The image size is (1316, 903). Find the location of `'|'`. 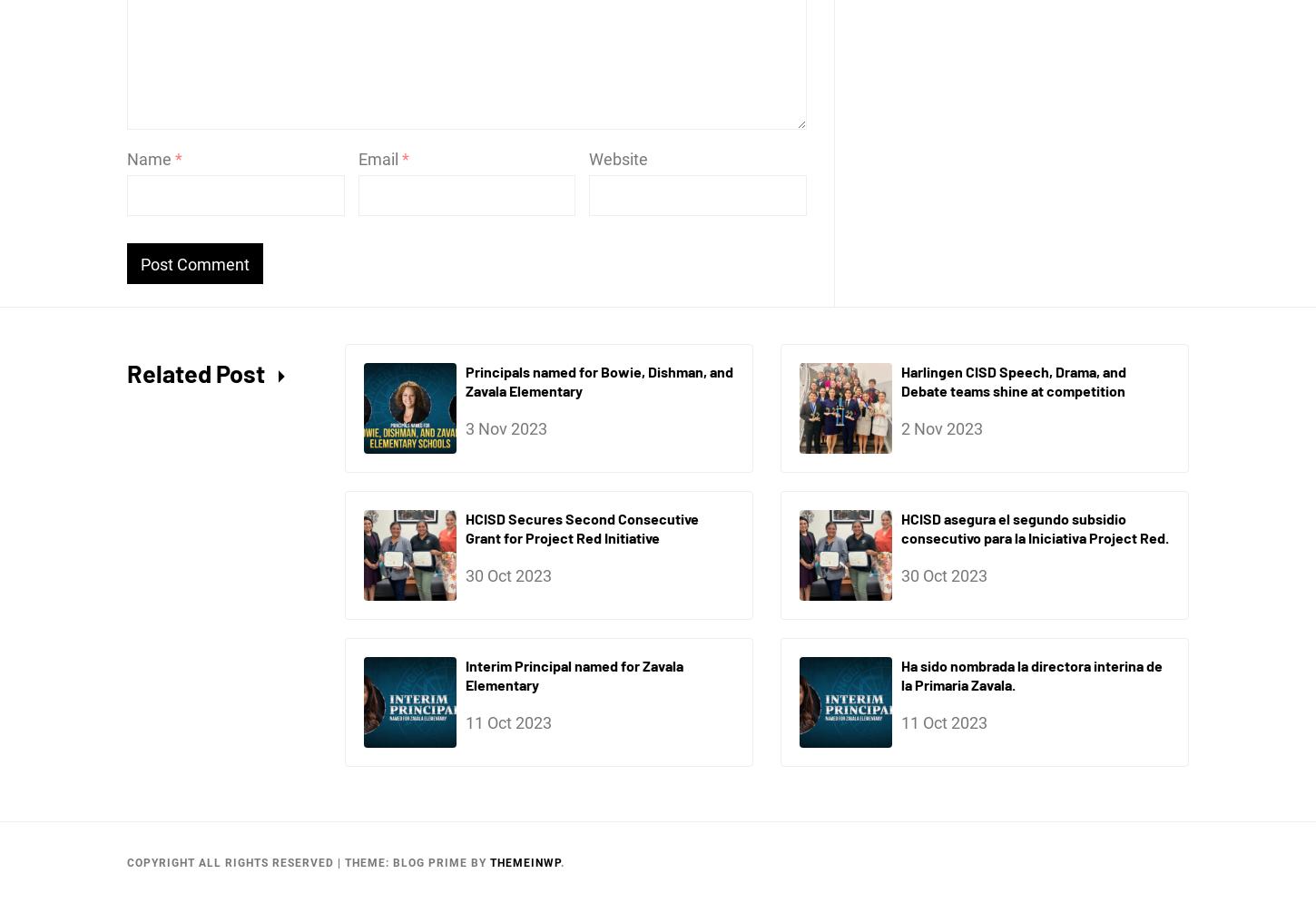

'|' is located at coordinates (339, 863).